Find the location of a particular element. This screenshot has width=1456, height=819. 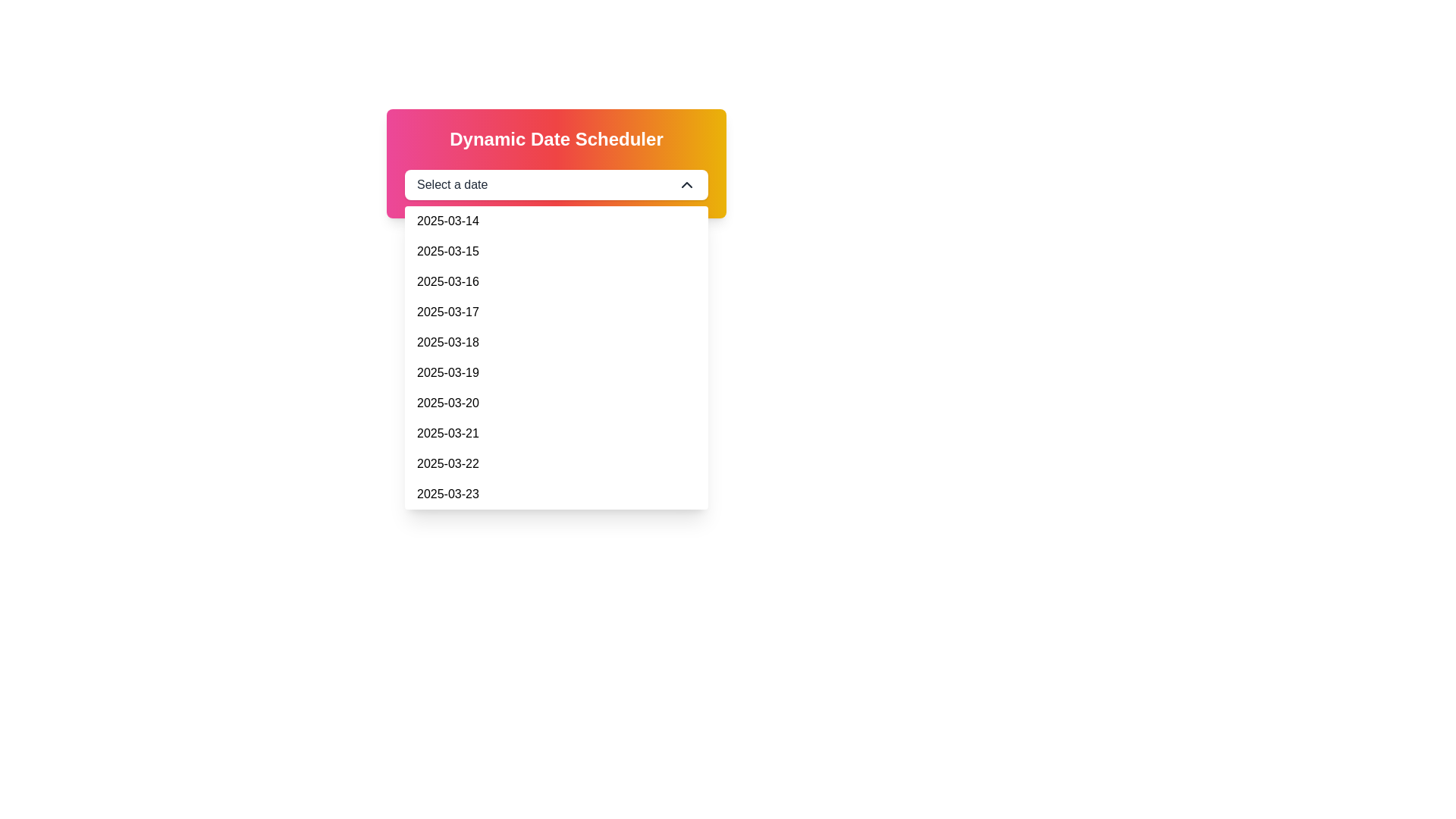

the date dropdown menu item representing '2025-03-18' is located at coordinates (556, 342).